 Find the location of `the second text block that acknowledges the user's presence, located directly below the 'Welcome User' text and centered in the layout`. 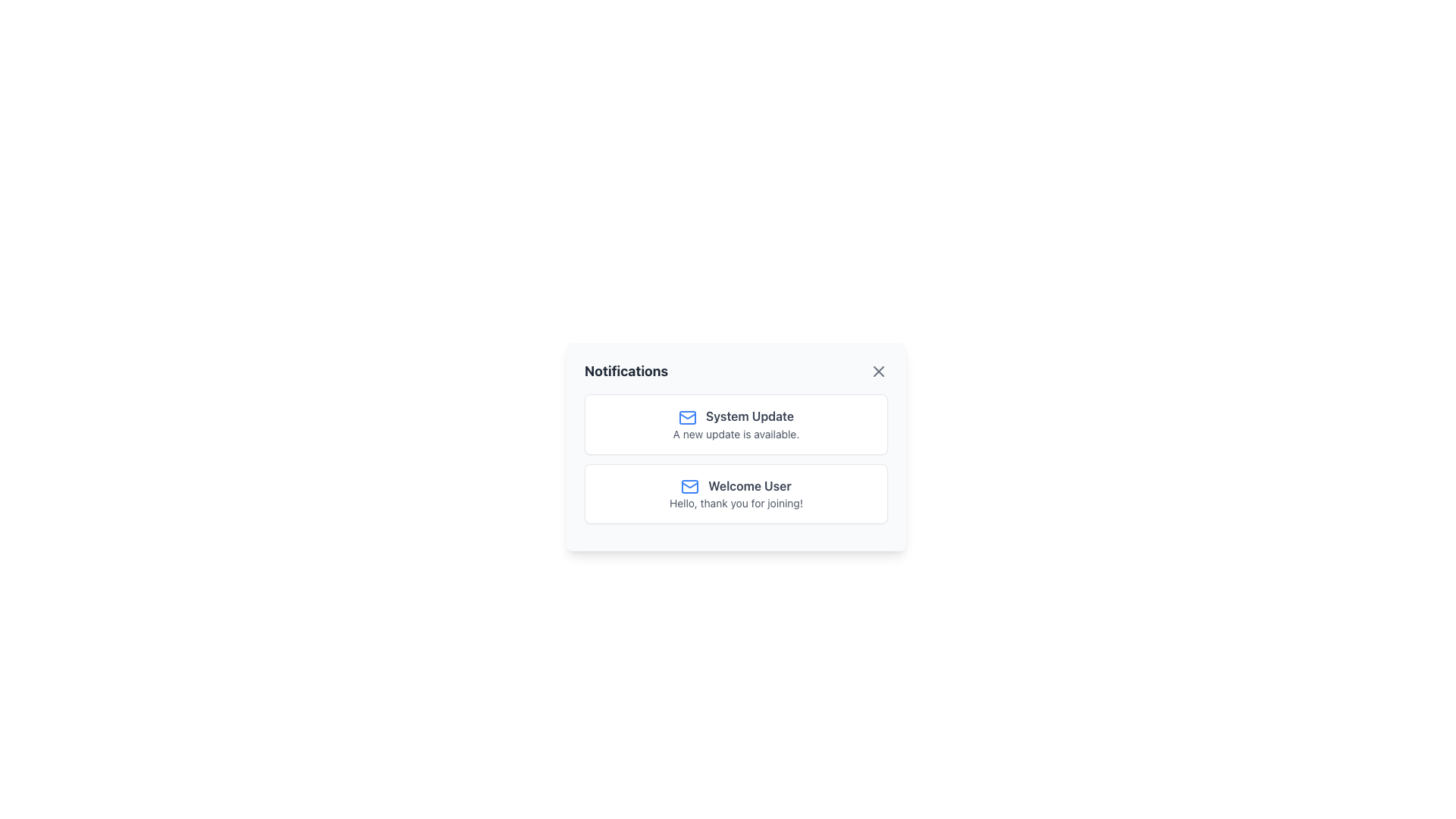

the second text block that acknowledges the user's presence, located directly below the 'Welcome User' text and centered in the layout is located at coordinates (736, 503).